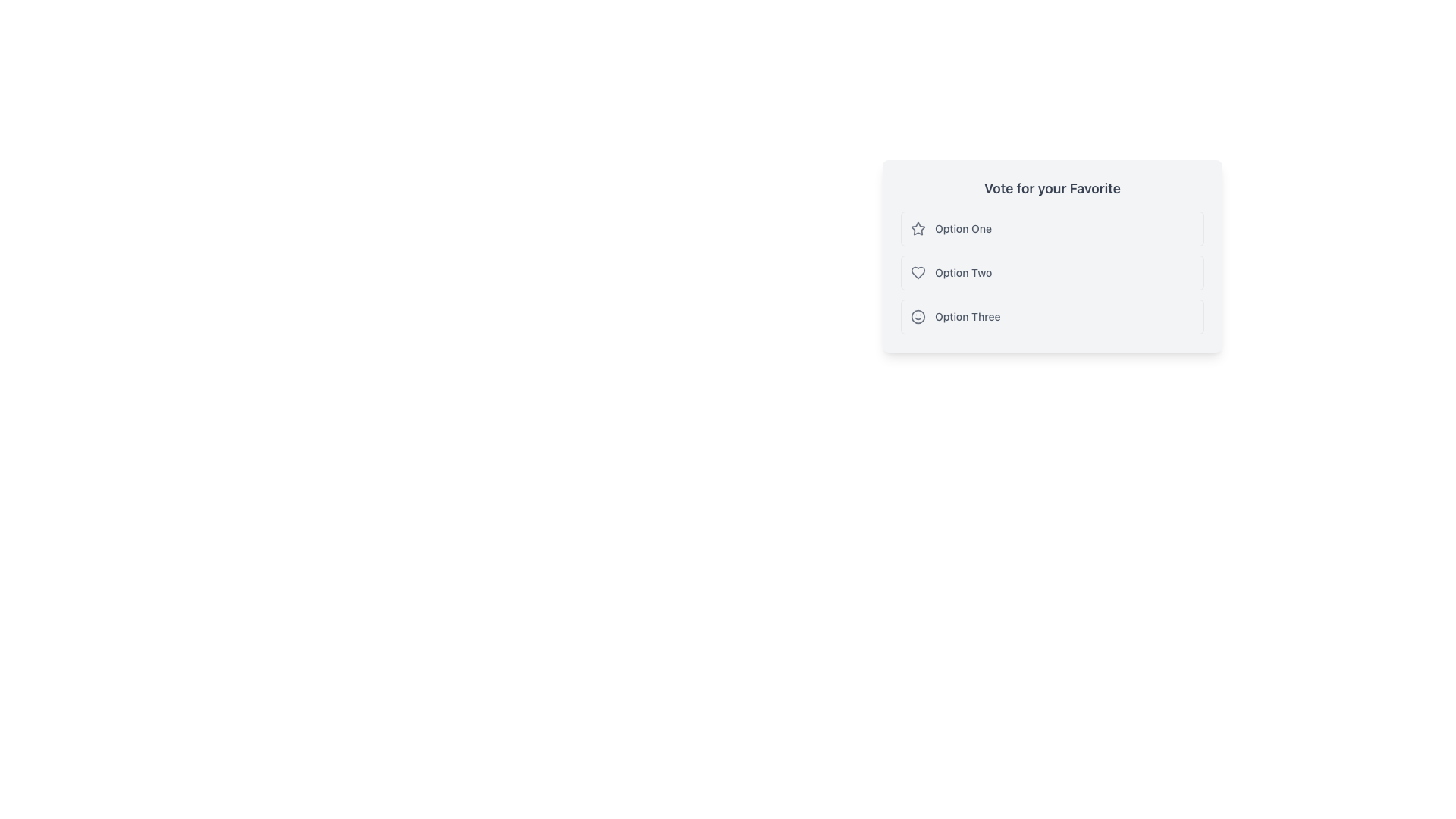 This screenshot has height=819, width=1456. What do you see at coordinates (917, 228) in the screenshot?
I see `the first icon to the left of the 'Option One' text in the vertical list of options` at bounding box center [917, 228].